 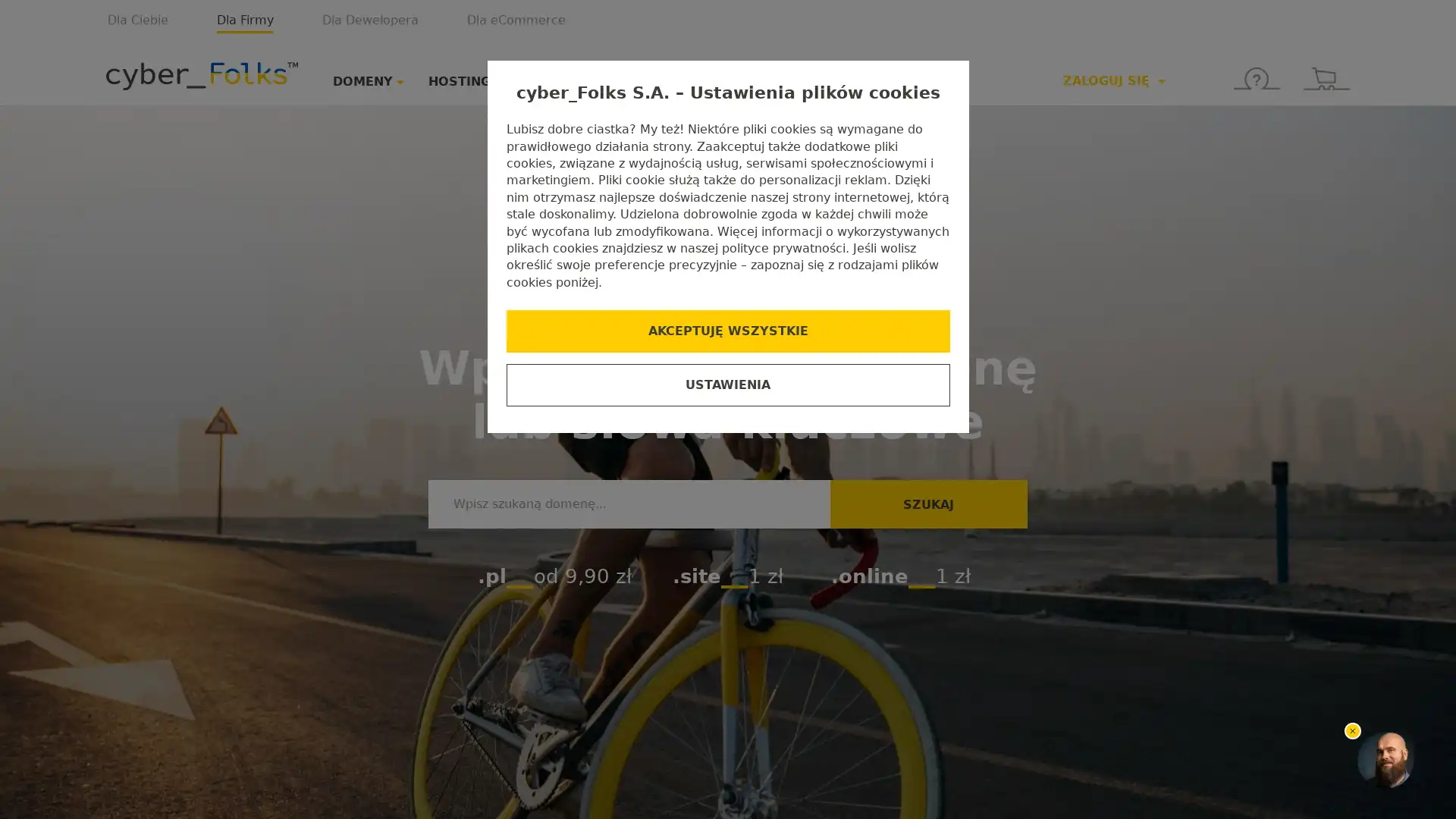 What do you see at coordinates (726, 330) in the screenshot?
I see `AKCEPTUJE WSZYSTKIE` at bounding box center [726, 330].